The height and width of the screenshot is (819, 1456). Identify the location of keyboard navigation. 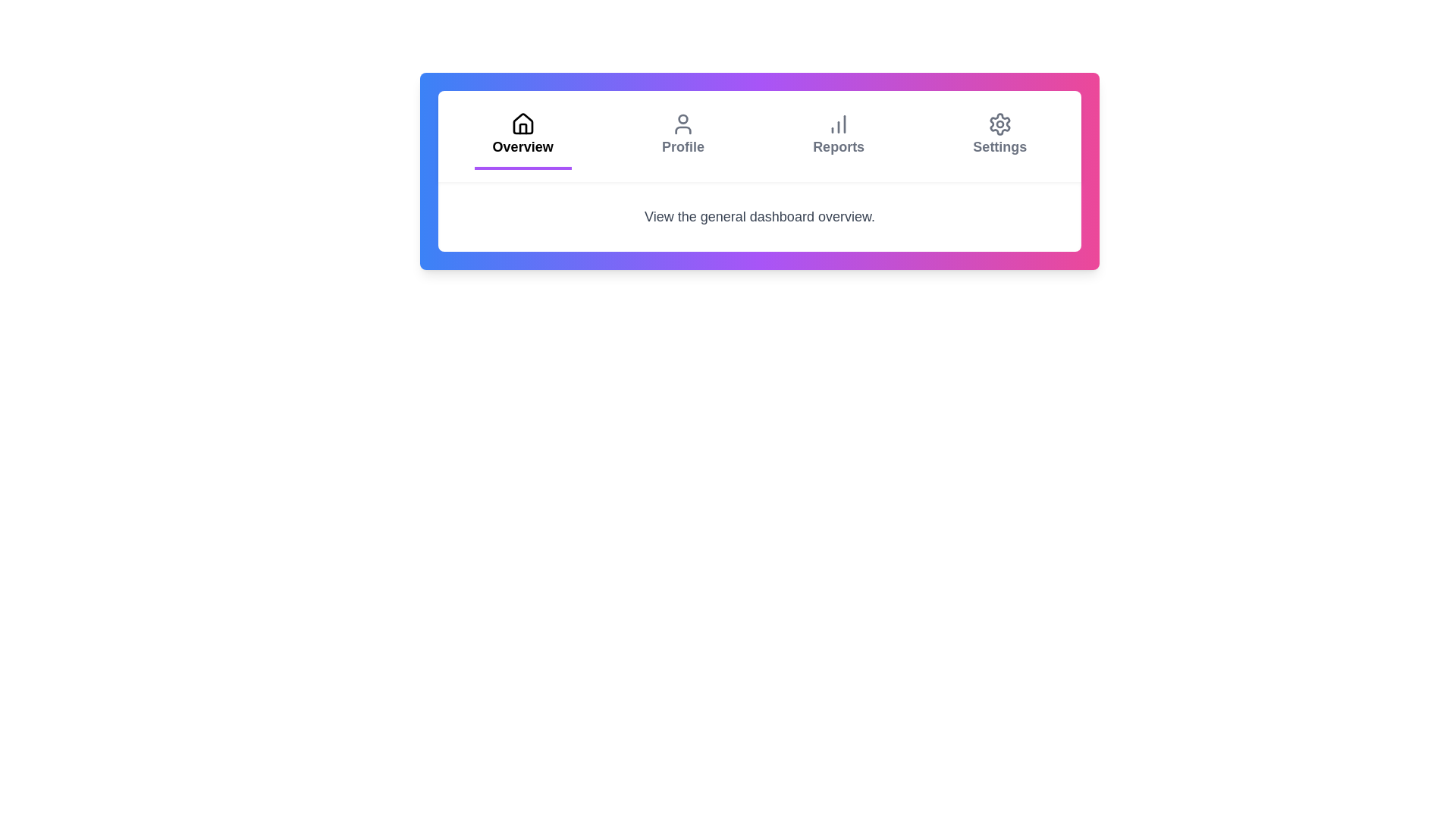
(522, 124).